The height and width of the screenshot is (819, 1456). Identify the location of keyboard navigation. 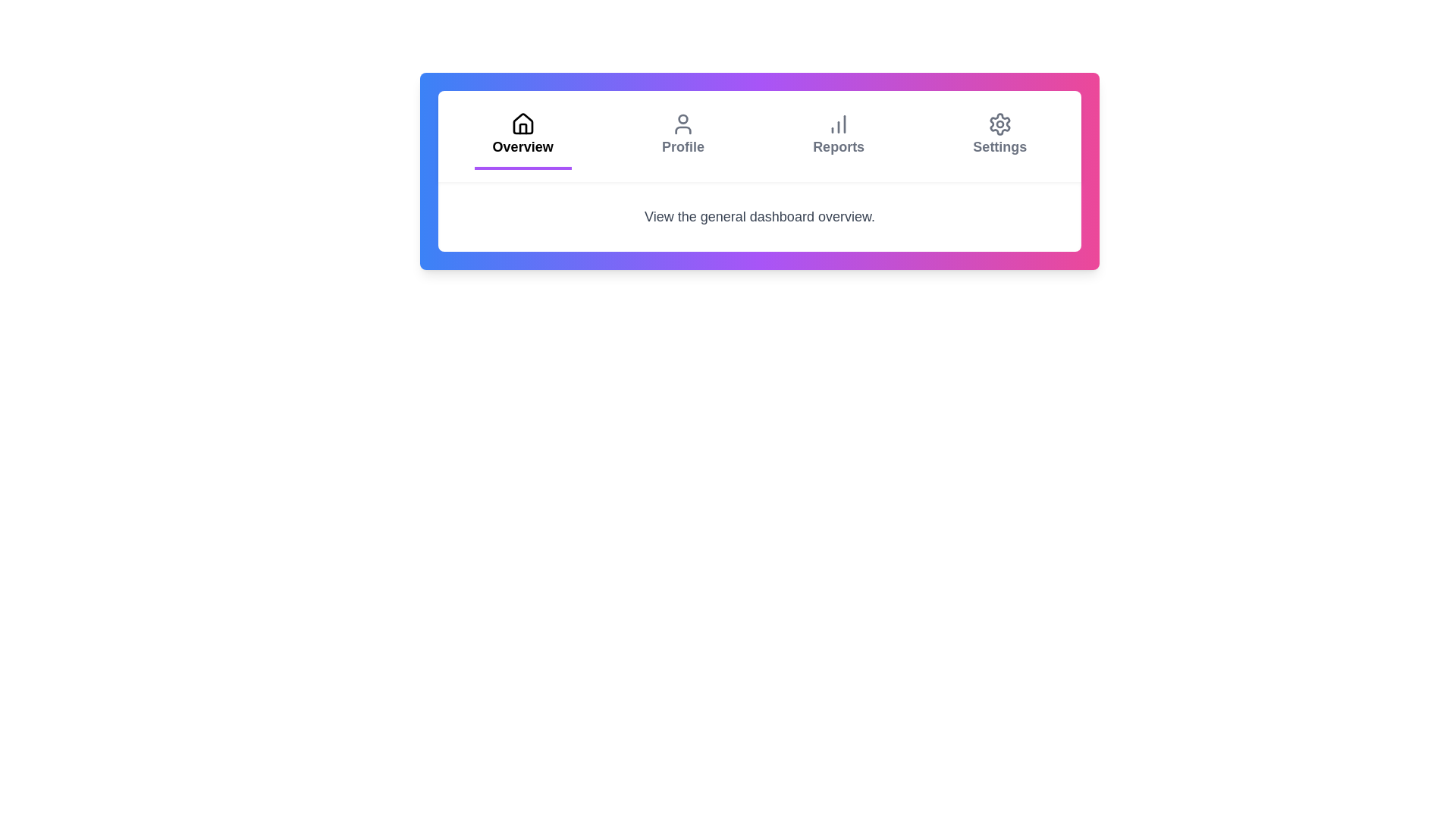
(522, 124).